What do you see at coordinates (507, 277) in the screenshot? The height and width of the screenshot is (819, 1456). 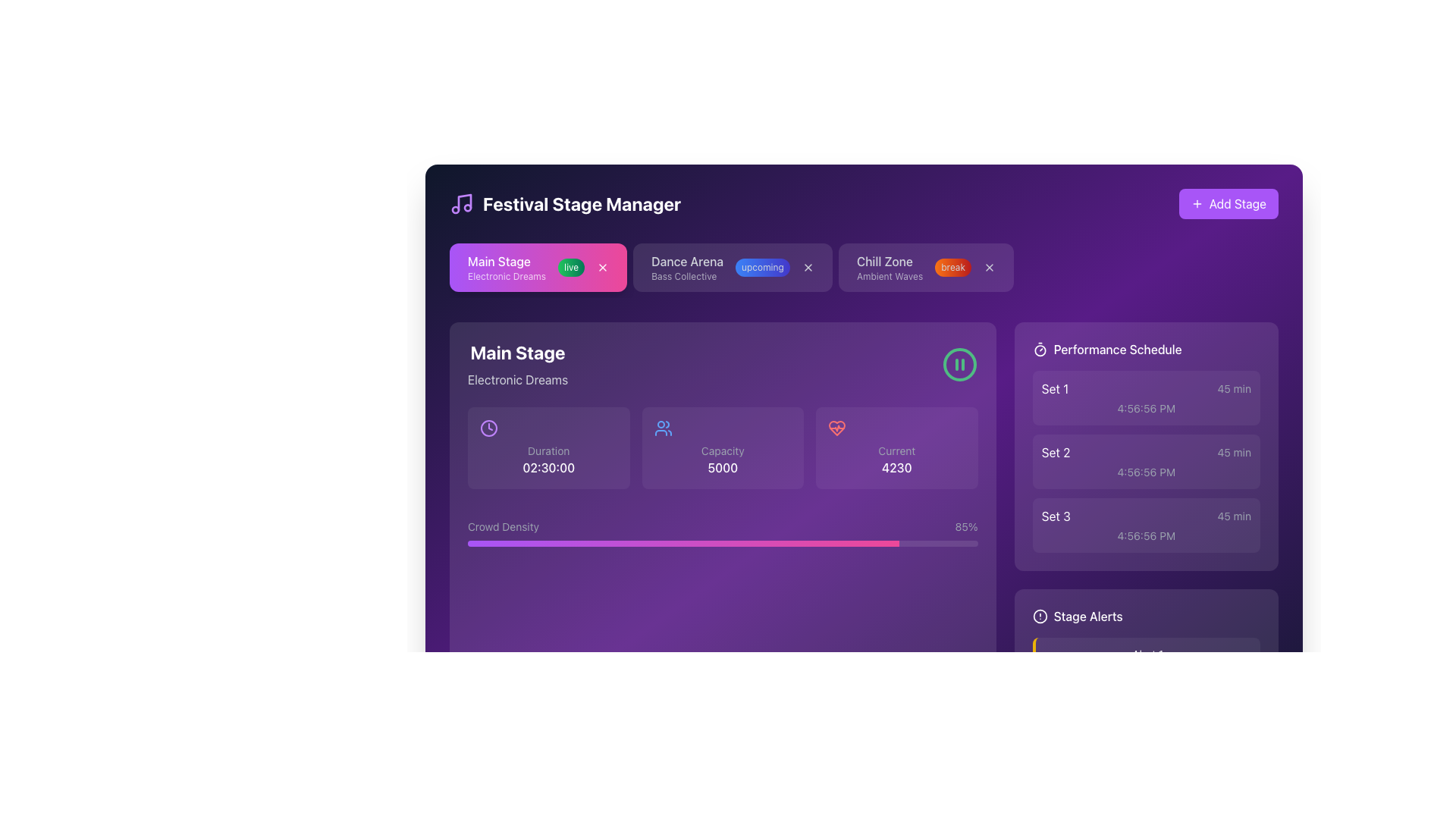 I see `the text label that provides additional details about 'Main Stage', located directly under the main text in the pink tab at the top-left corner of the interface` at bounding box center [507, 277].